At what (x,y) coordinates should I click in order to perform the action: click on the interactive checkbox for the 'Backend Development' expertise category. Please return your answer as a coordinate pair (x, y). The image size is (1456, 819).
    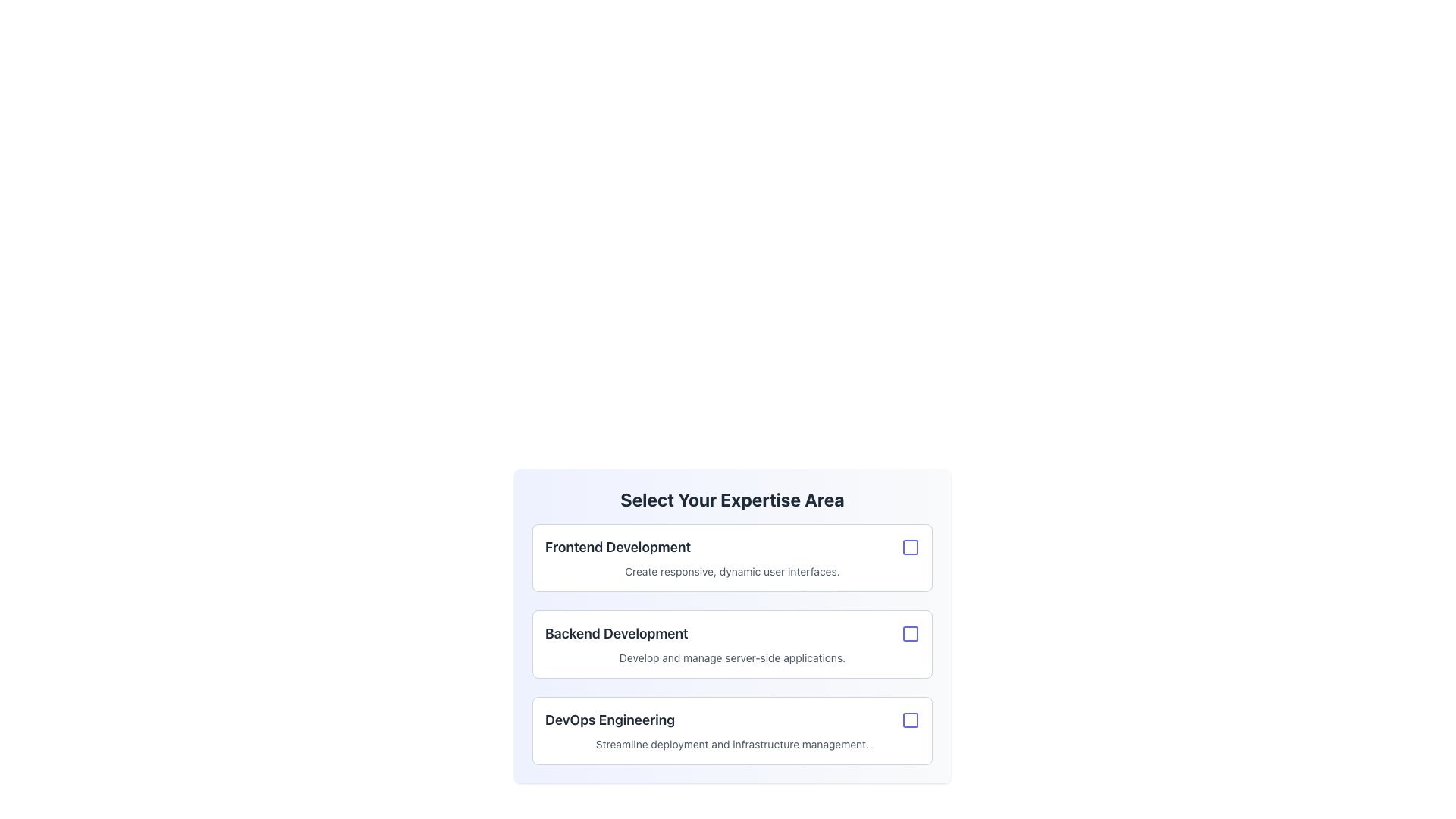
    Looking at the image, I should click on (910, 634).